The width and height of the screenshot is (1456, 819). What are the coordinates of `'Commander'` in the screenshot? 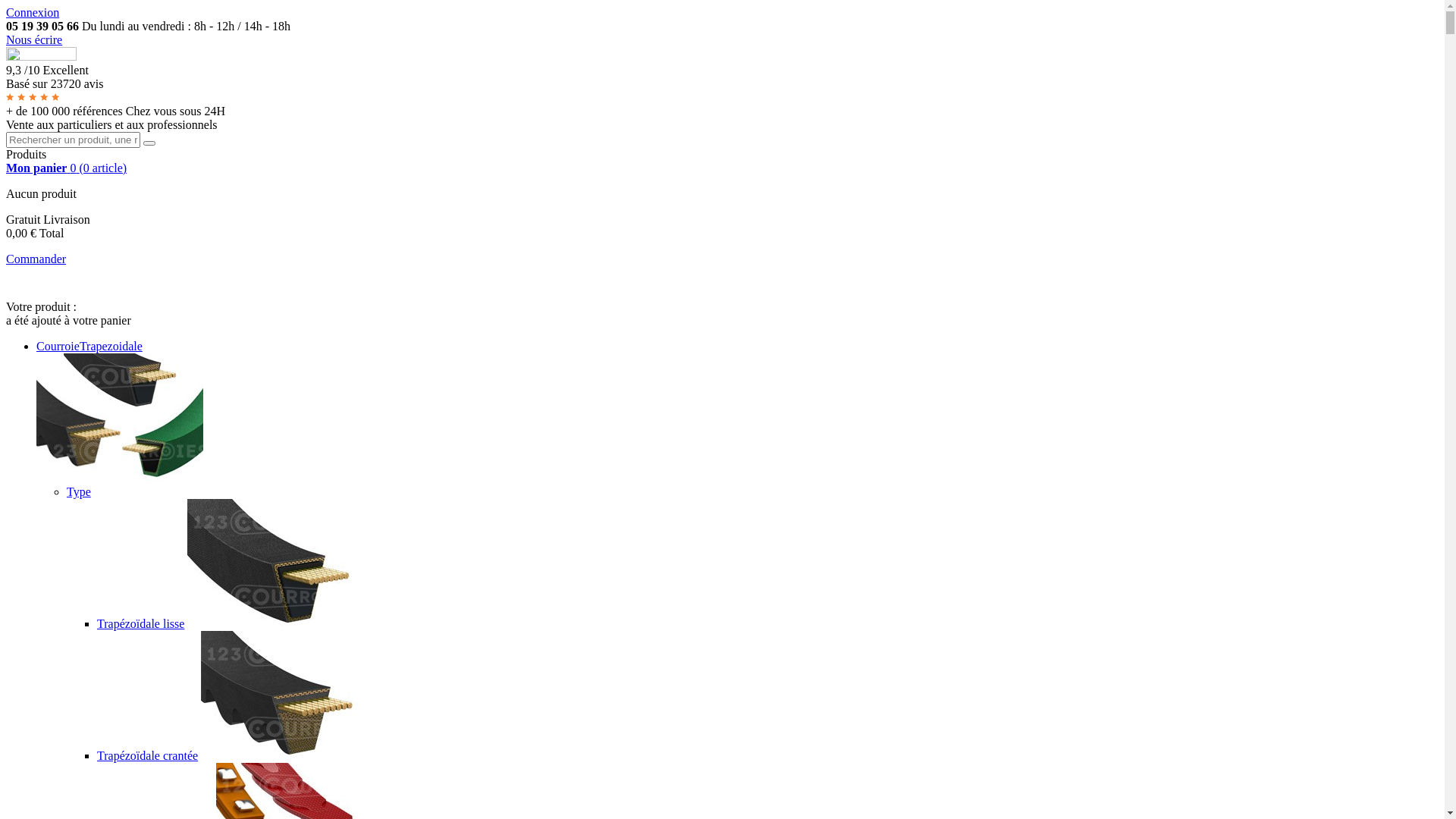 It's located at (36, 258).